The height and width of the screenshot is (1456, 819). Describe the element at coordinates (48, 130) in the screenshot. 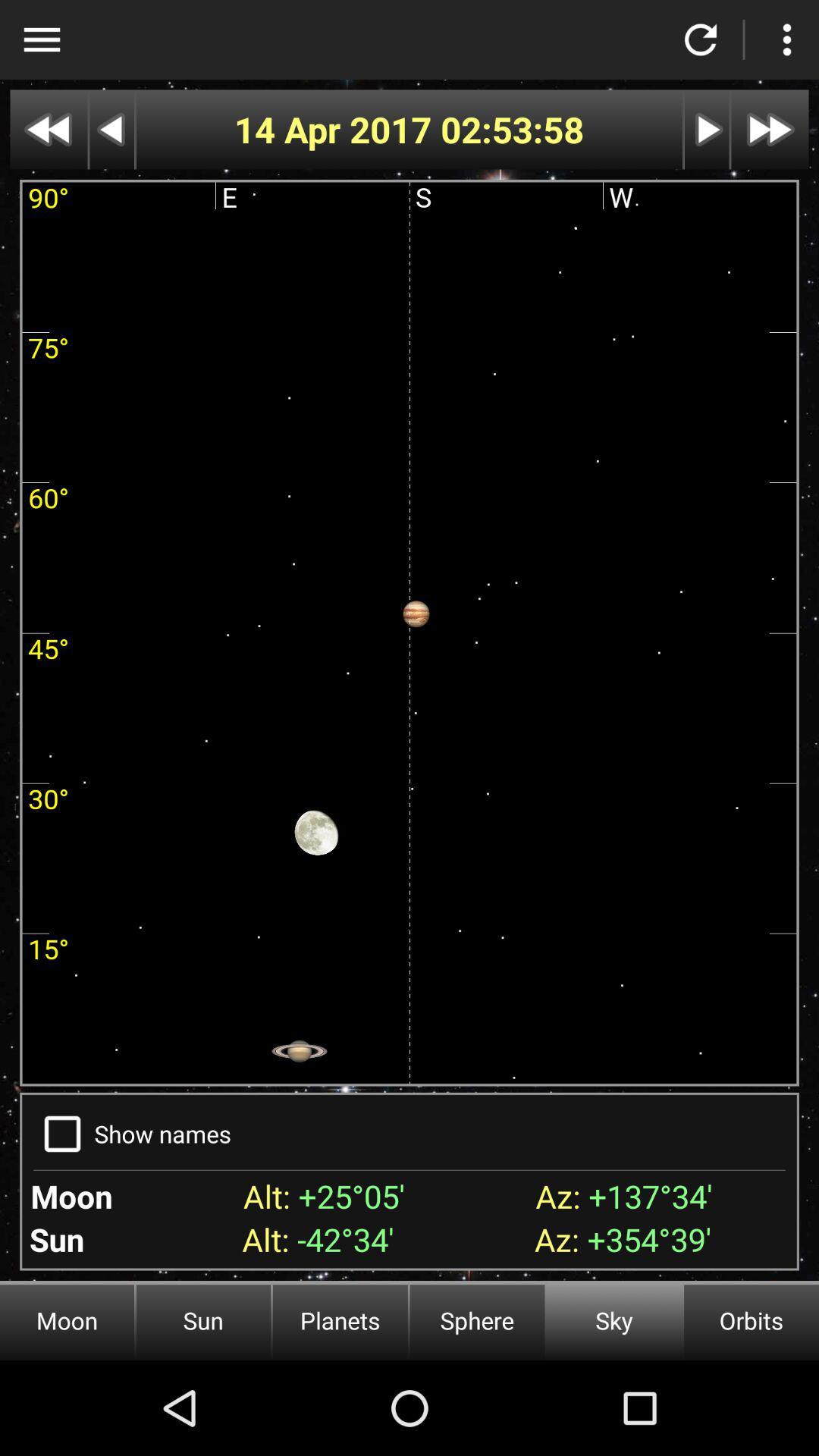

I see `back` at that location.